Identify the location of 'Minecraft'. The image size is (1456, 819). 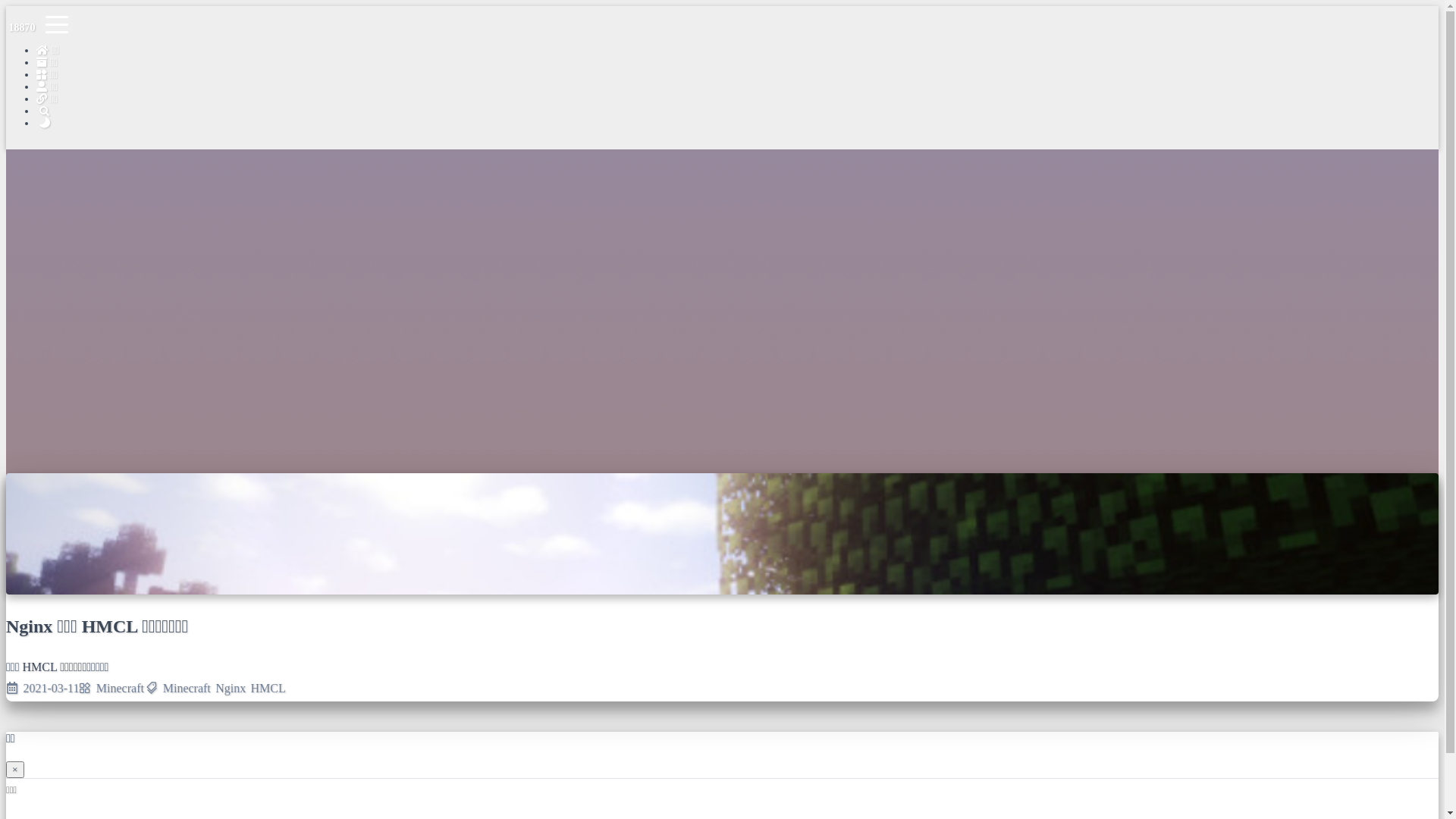
(119, 688).